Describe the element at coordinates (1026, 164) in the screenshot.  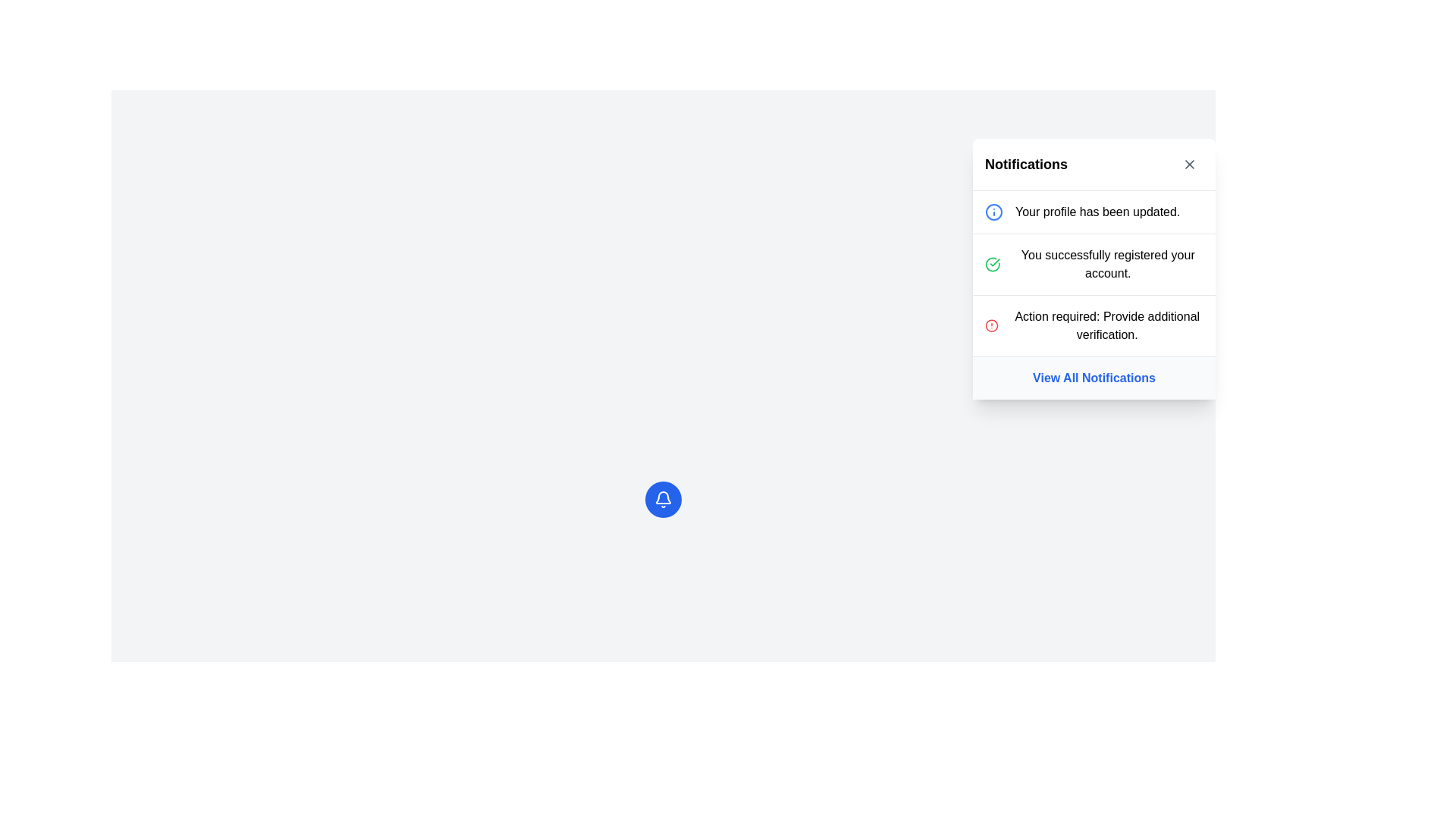
I see `text label that displays 'Notifications' in bold, located at the top of the notification panel interface` at that location.